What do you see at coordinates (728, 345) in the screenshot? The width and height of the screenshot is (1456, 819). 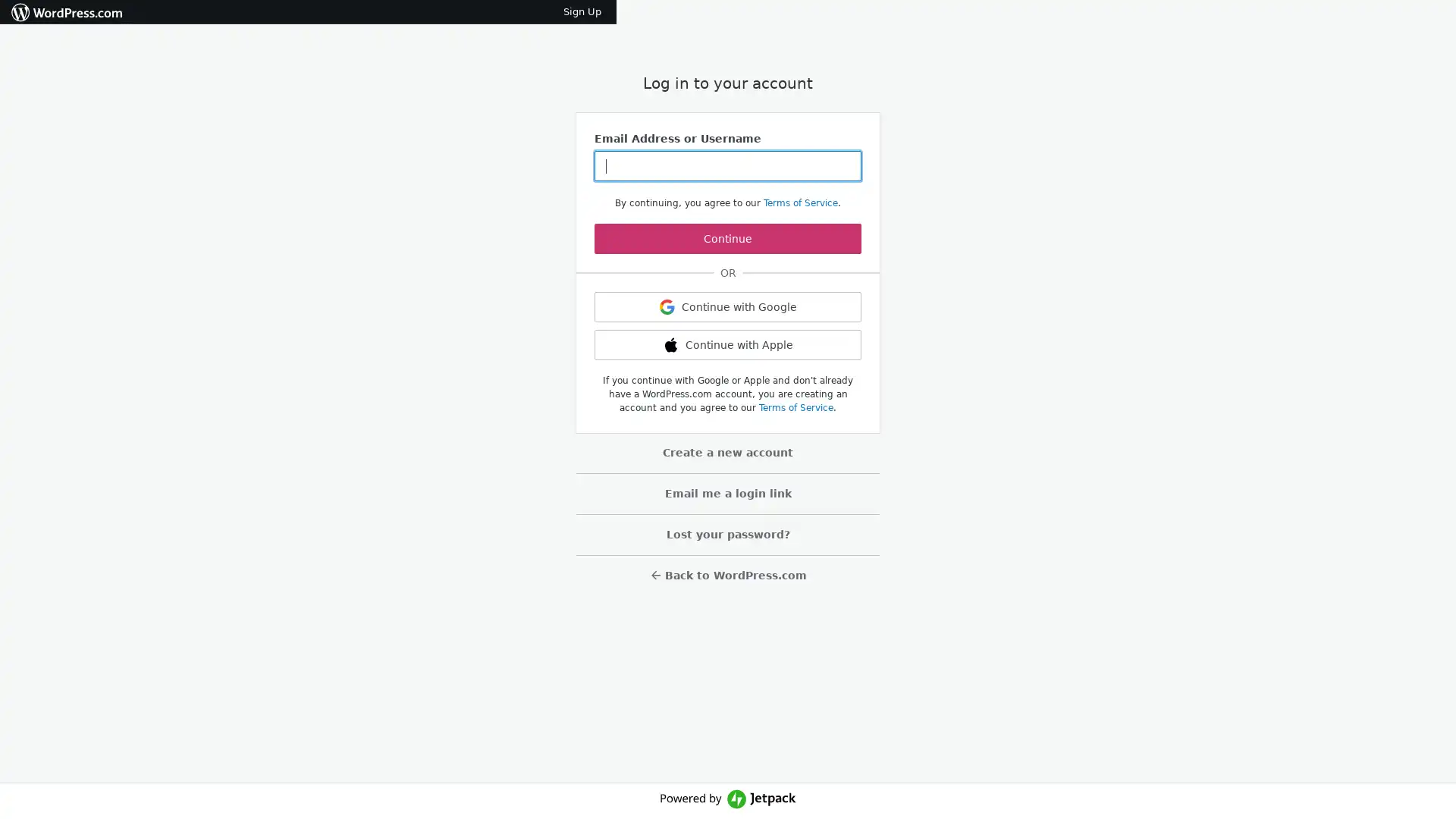 I see `Continue with Apple` at bounding box center [728, 345].